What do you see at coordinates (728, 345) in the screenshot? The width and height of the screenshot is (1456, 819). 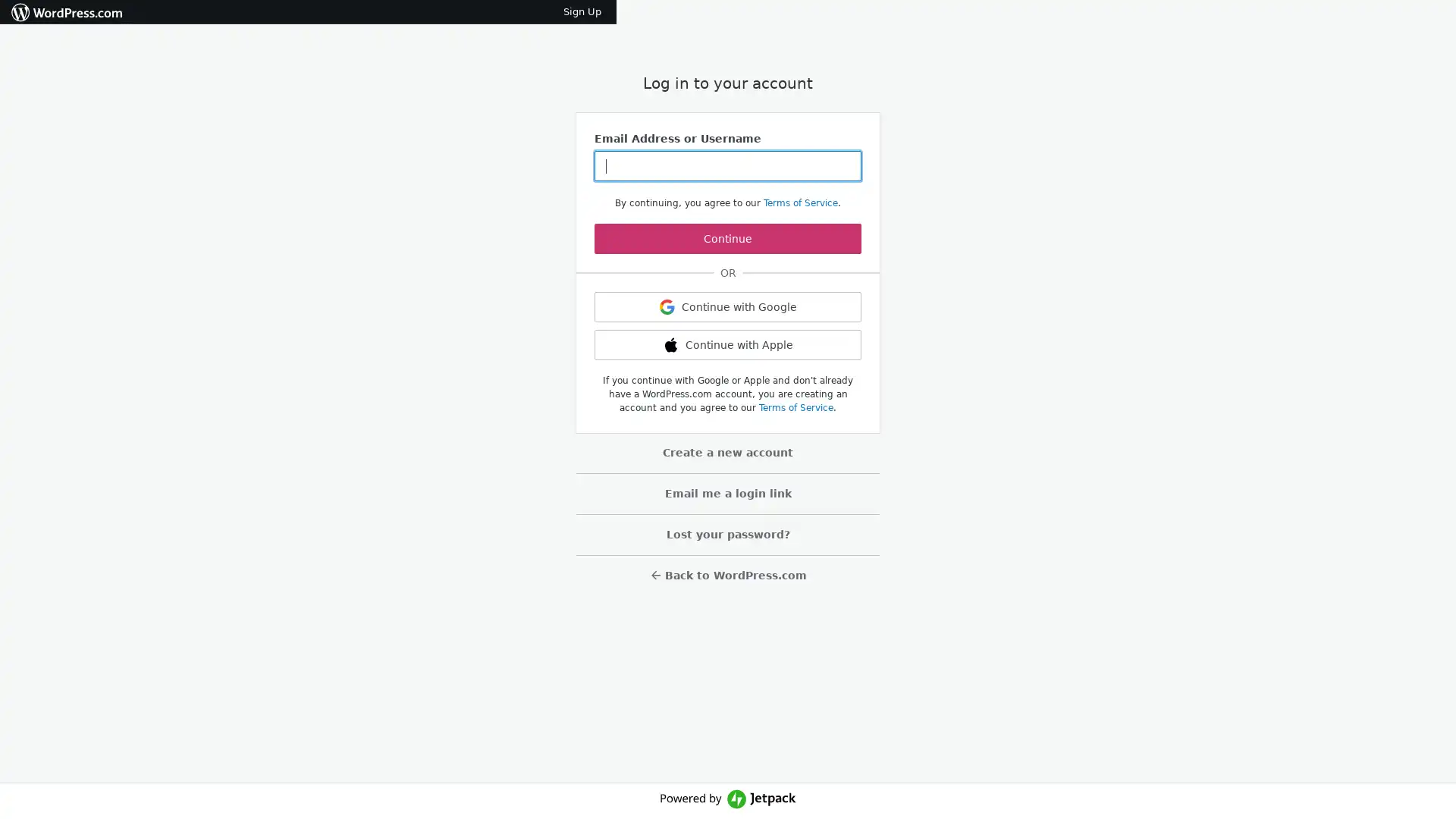 I see `Continue with Apple` at bounding box center [728, 345].